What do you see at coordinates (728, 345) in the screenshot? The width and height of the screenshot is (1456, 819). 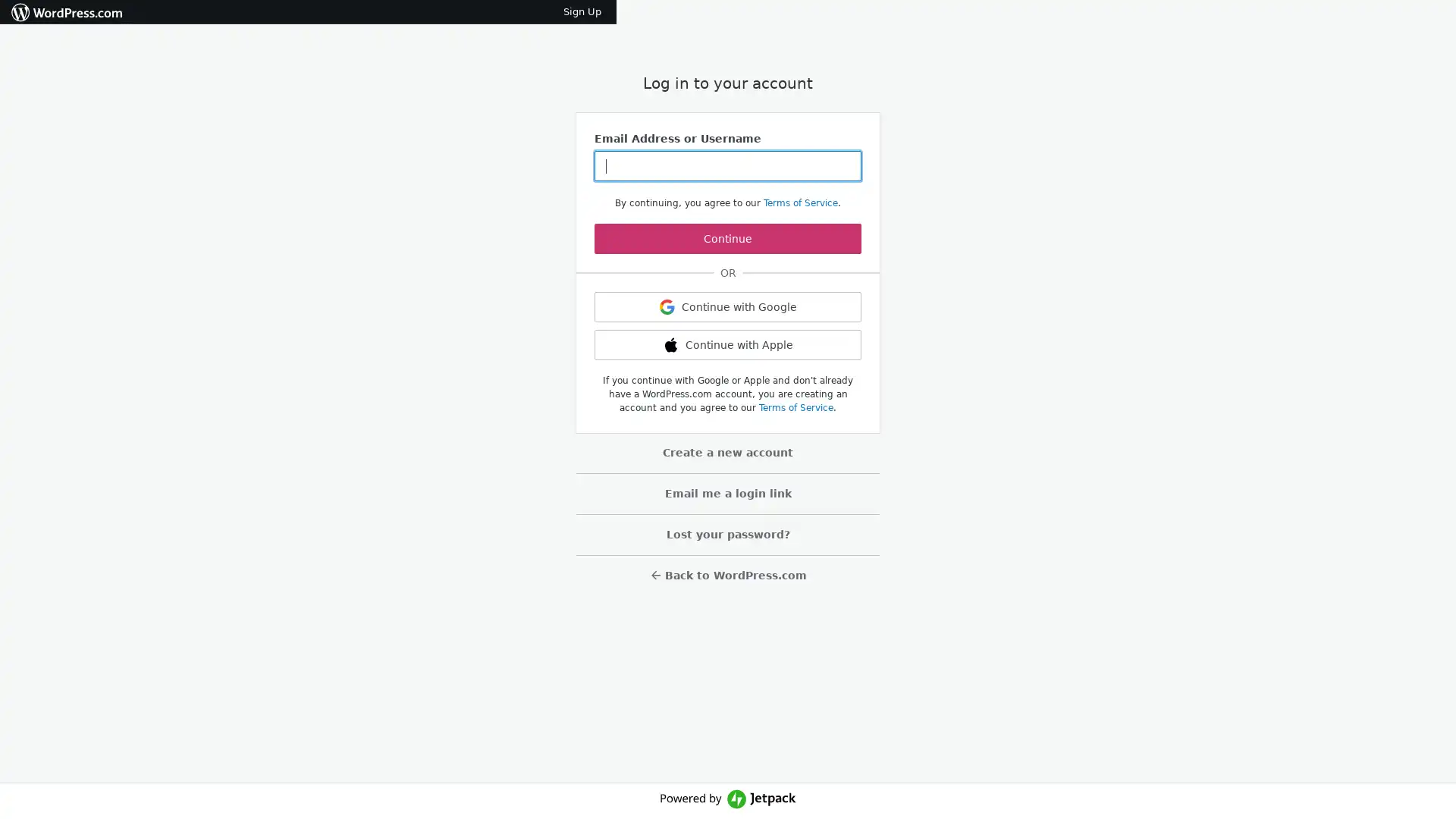 I see `Continue with Apple` at bounding box center [728, 345].